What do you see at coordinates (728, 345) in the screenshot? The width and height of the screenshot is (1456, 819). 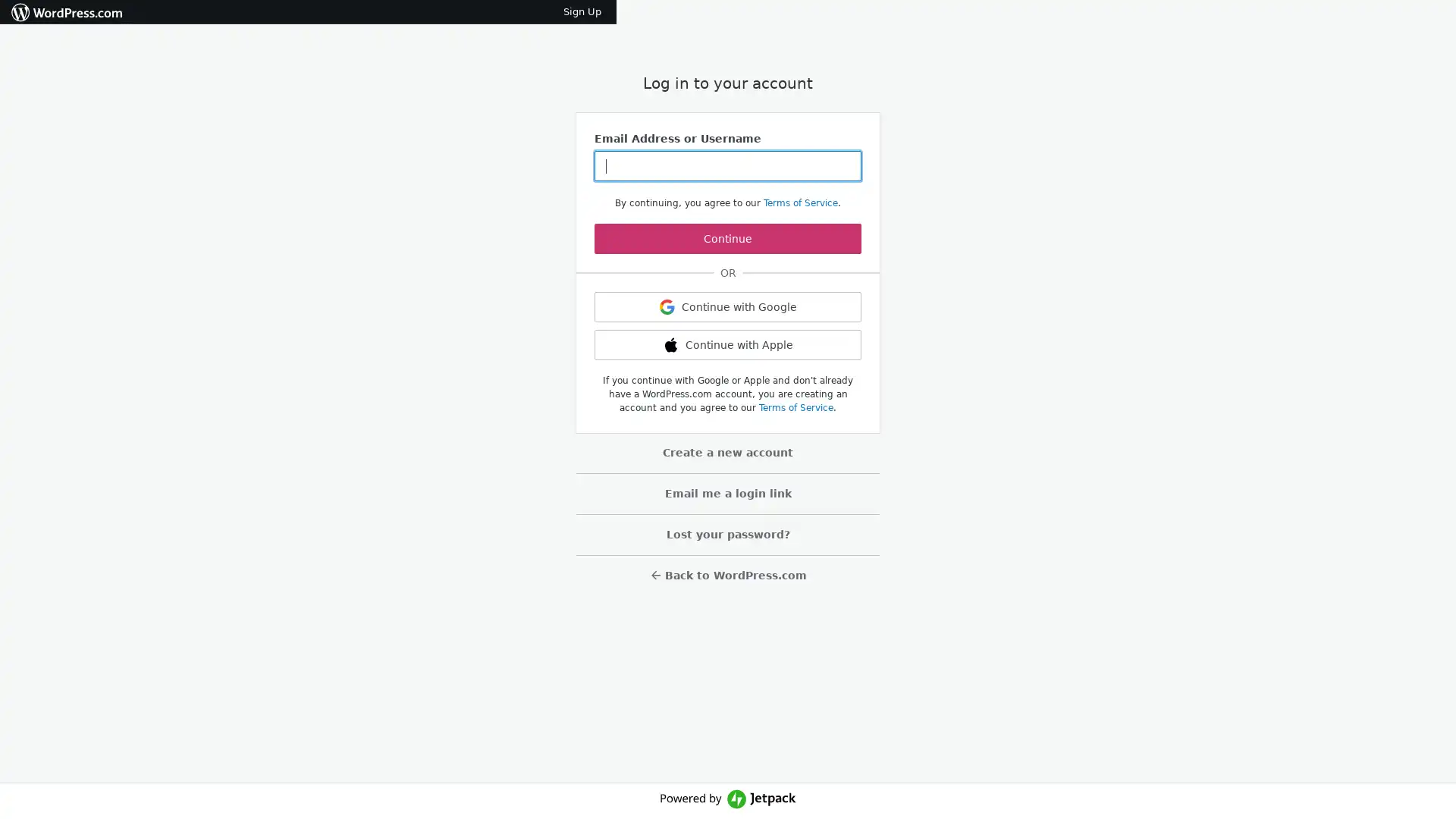 I see `Continue with Apple` at bounding box center [728, 345].